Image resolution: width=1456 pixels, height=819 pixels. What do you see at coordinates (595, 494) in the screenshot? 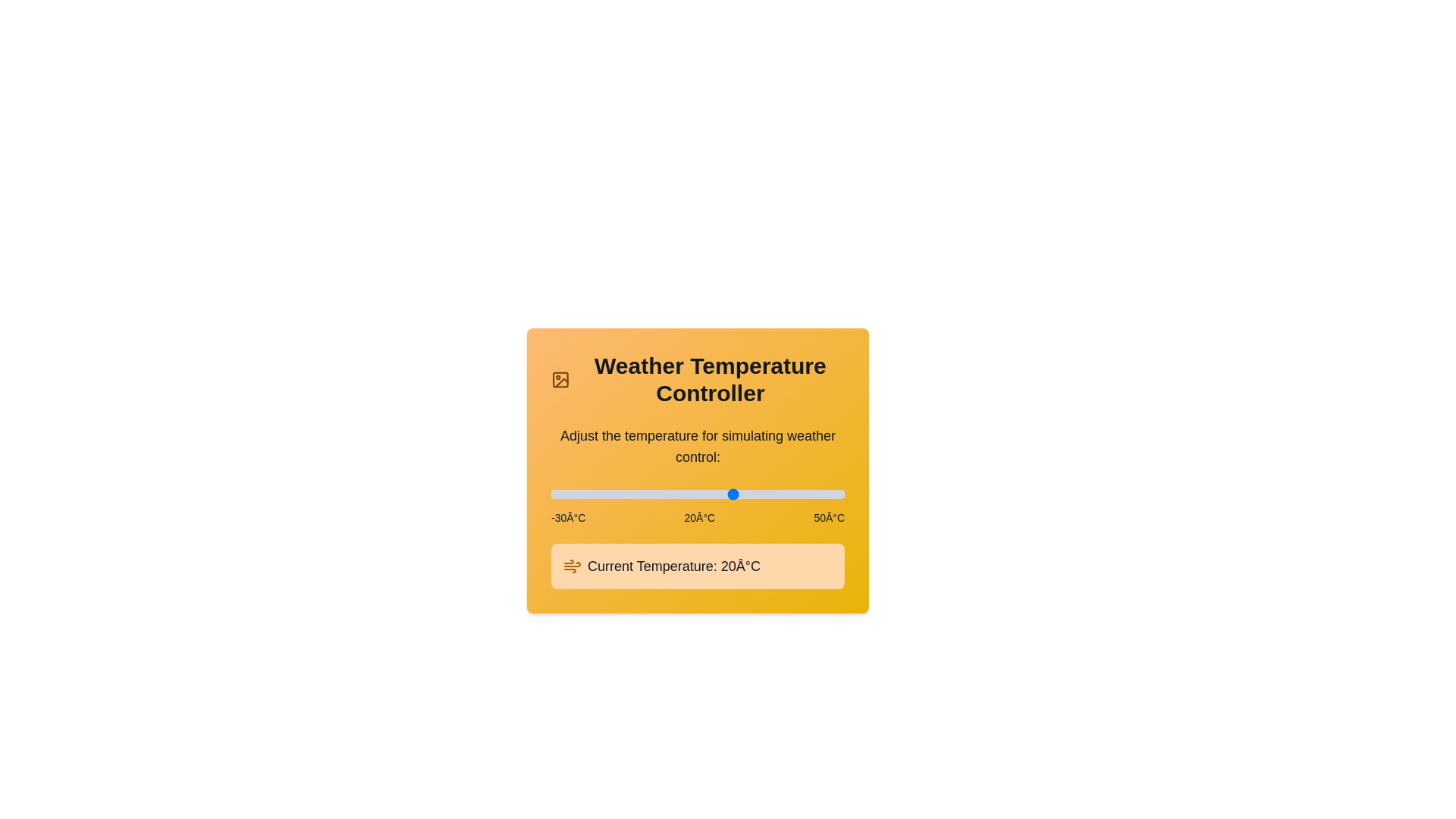
I see `the temperature slider to set the temperature to -18°C` at bounding box center [595, 494].